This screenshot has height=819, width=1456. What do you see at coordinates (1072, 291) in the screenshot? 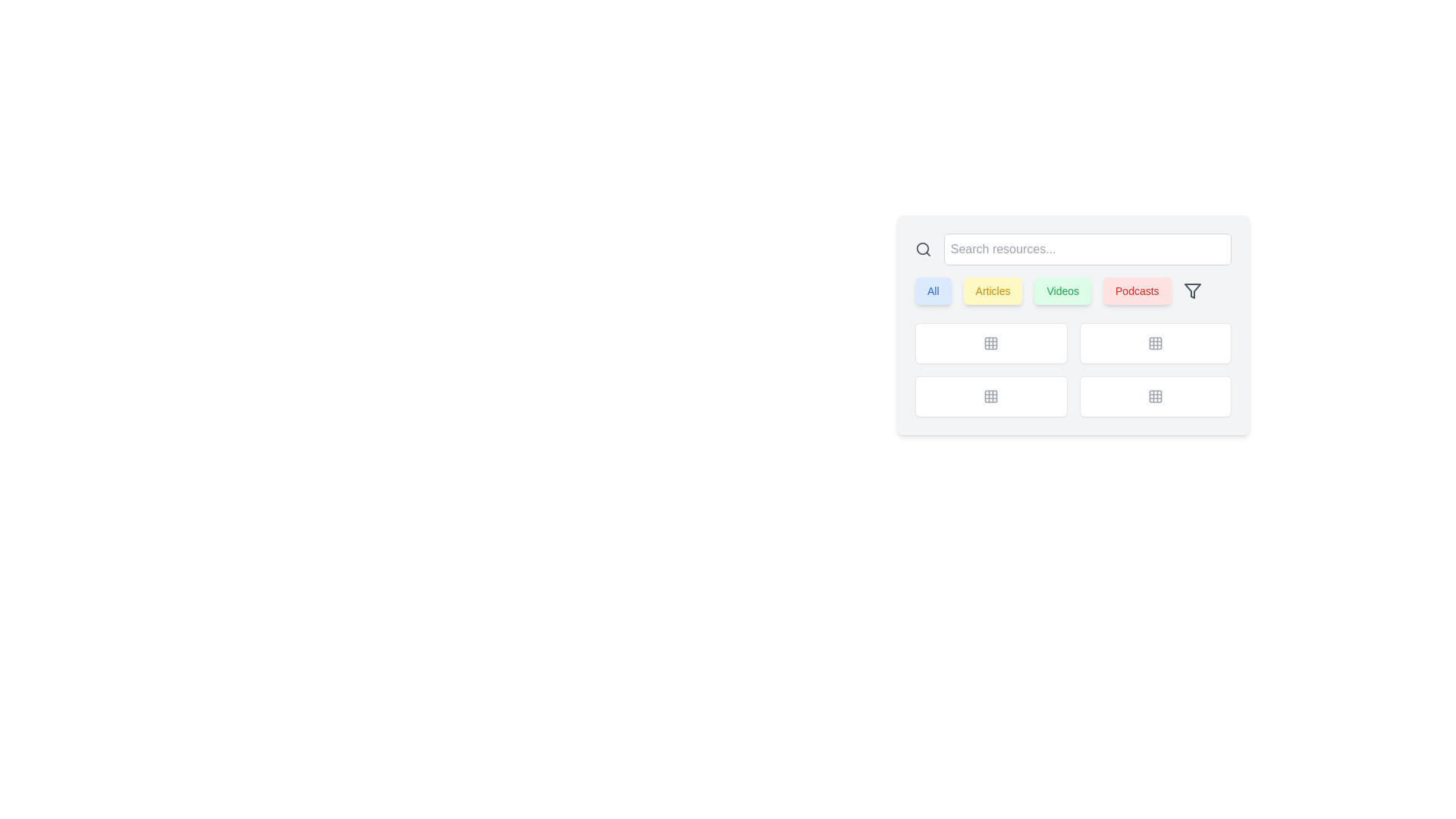
I see `the 'Videos' filter button, which is the third button in a horizontal sequence of four buttons located below the search bar and above the grid layout` at bounding box center [1072, 291].